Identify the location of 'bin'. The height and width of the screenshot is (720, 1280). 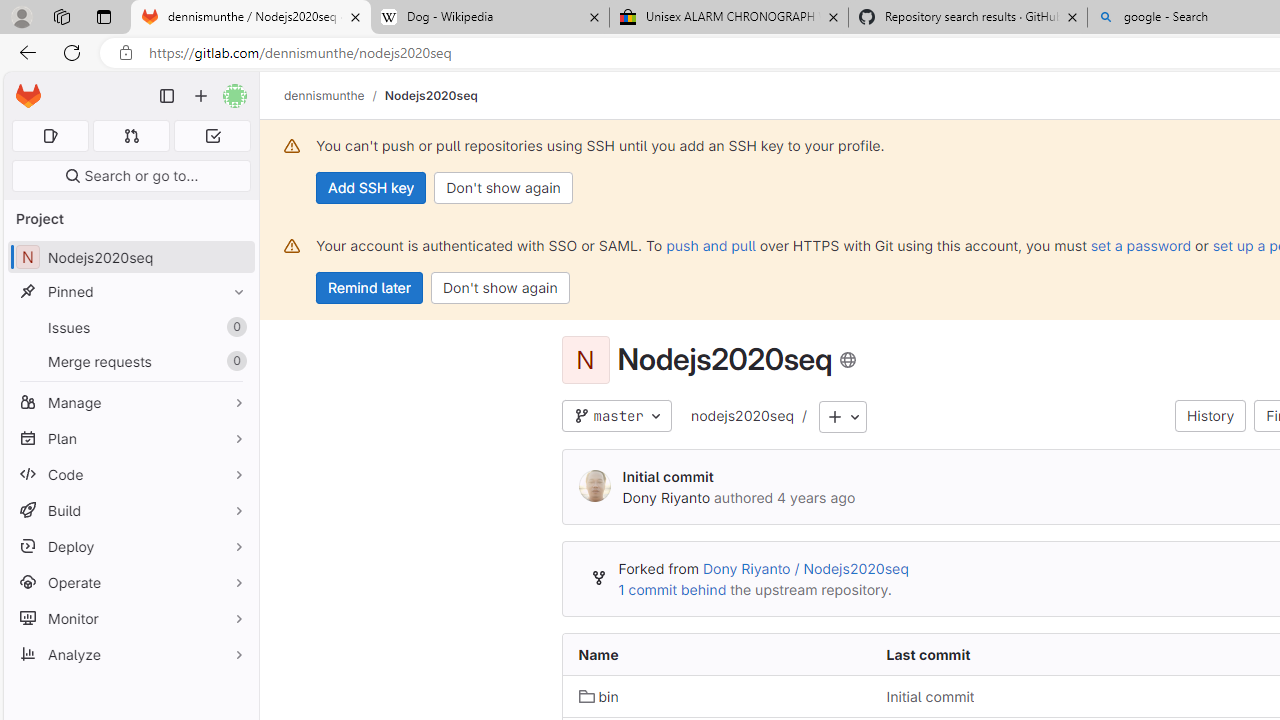
(598, 695).